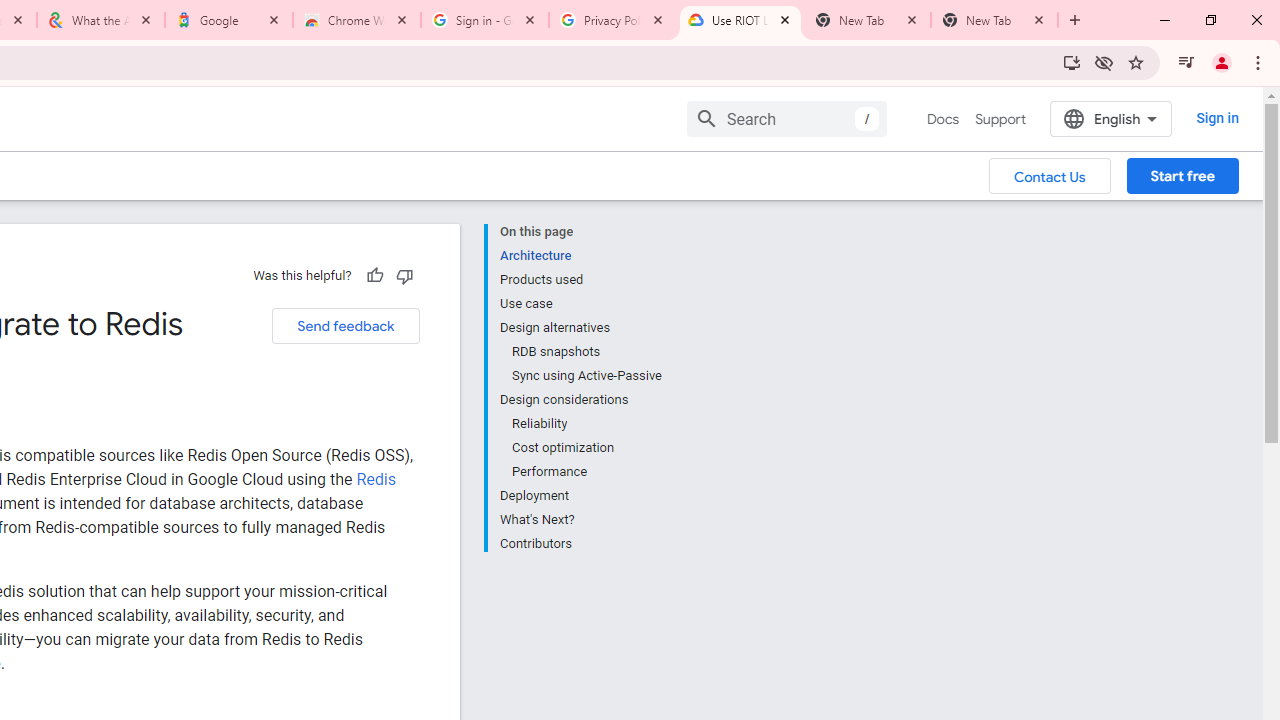  Describe the element at coordinates (941, 119) in the screenshot. I see `'Docs, selected'` at that location.